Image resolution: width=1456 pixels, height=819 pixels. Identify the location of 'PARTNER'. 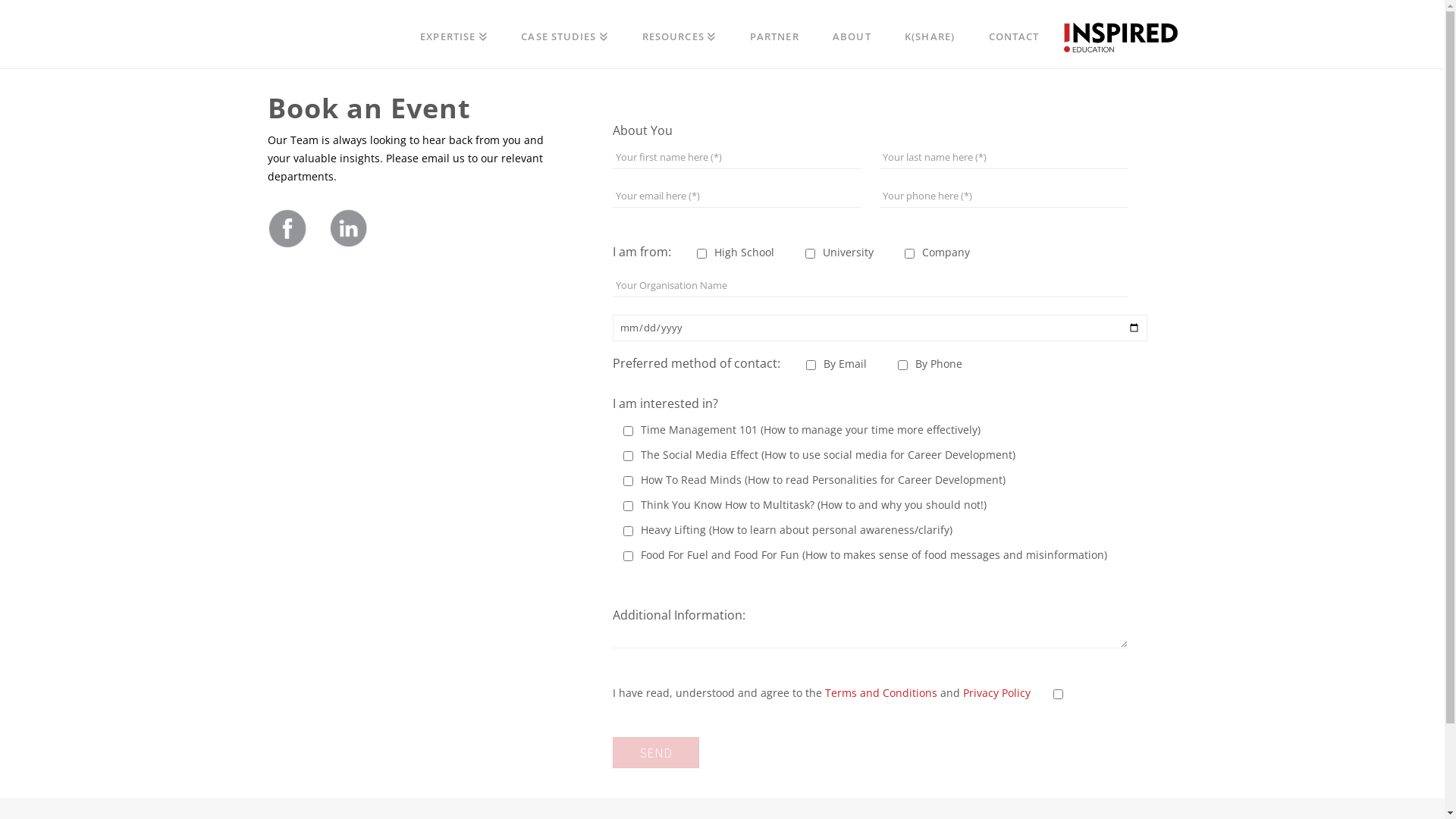
(774, 34).